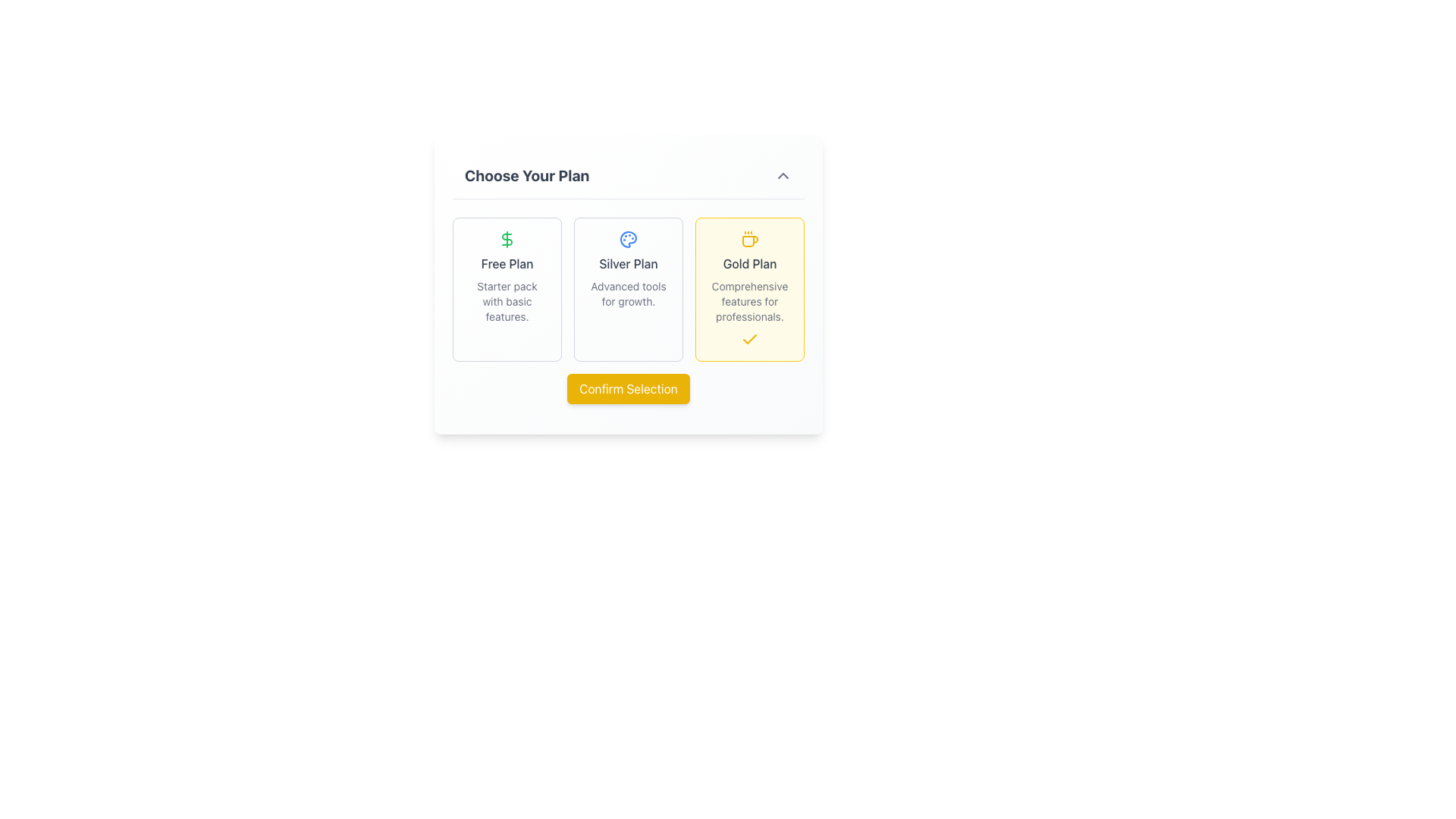 This screenshot has height=819, width=1456. What do you see at coordinates (749, 338) in the screenshot?
I see `the small yellow checkmark icon located at the bottom of the 'Gold Plan' card, which is the third card in the row of plans` at bounding box center [749, 338].